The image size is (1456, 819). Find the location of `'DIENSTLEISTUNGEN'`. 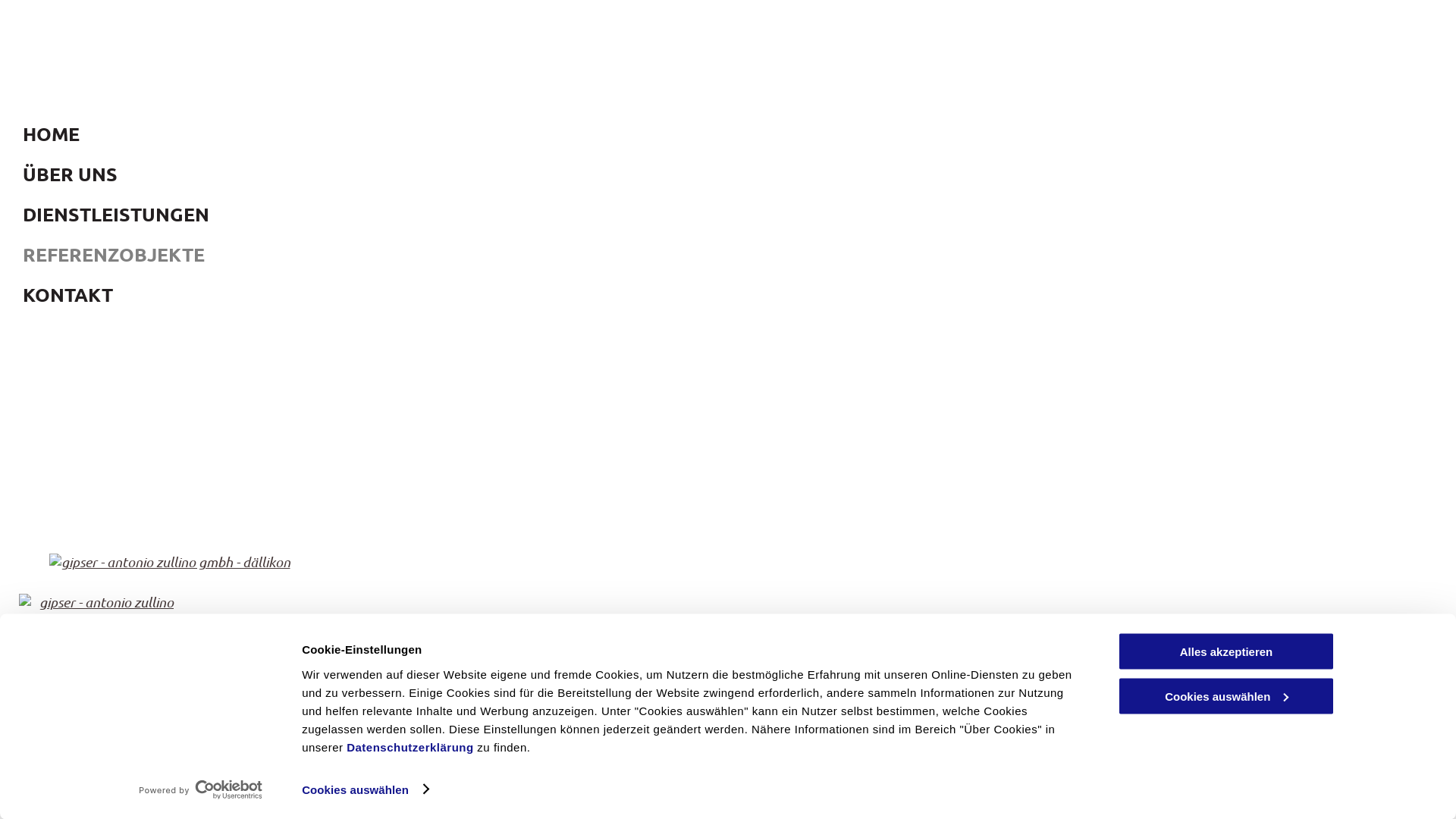

'DIENSTLEISTUNGEN' is located at coordinates (14, 214).